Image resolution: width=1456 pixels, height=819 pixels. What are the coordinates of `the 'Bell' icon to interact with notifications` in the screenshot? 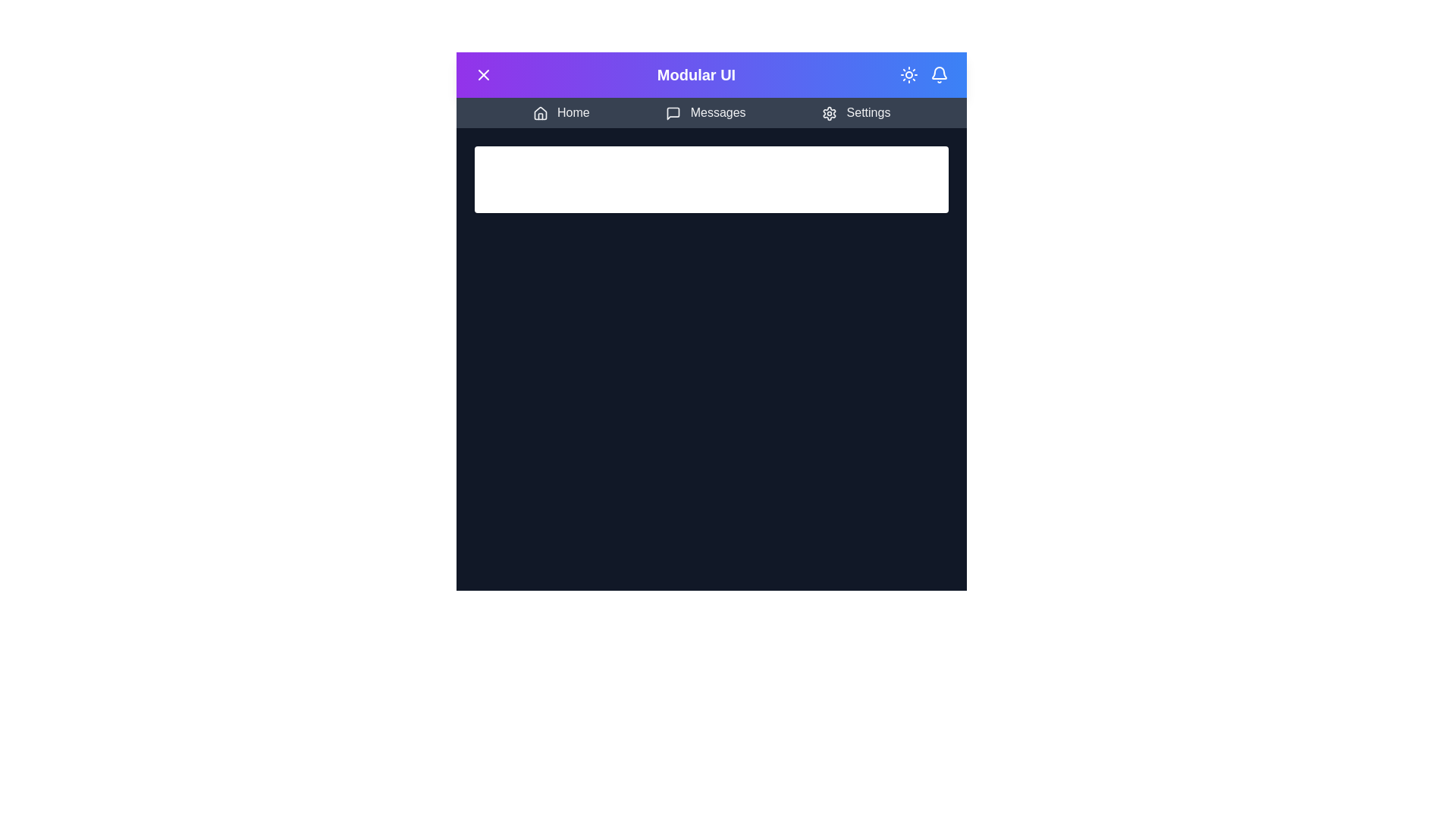 It's located at (938, 75).